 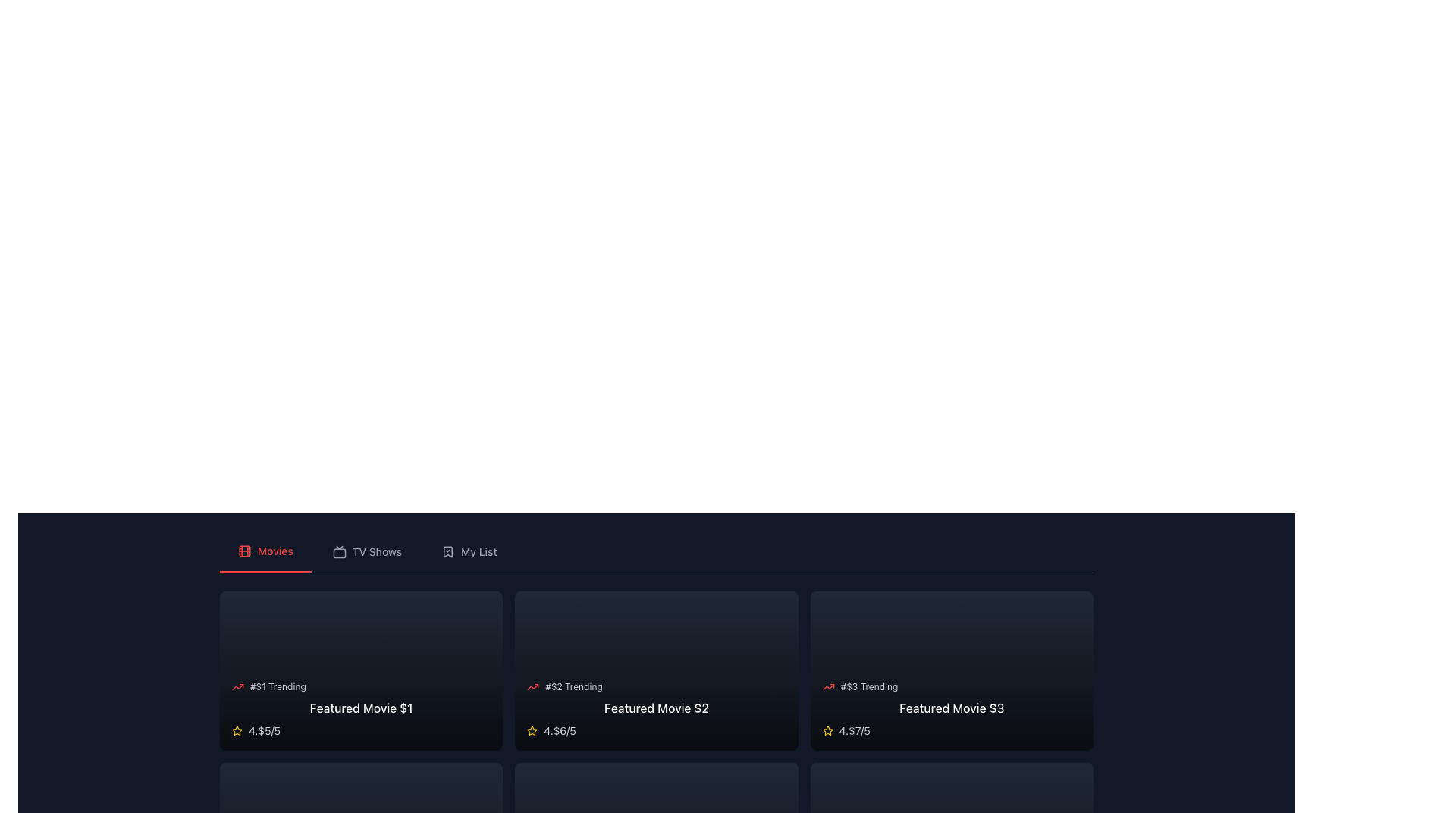 I want to click on the Navigation menu option located at the top-centered section of the interface, so click(x=656, y=552).